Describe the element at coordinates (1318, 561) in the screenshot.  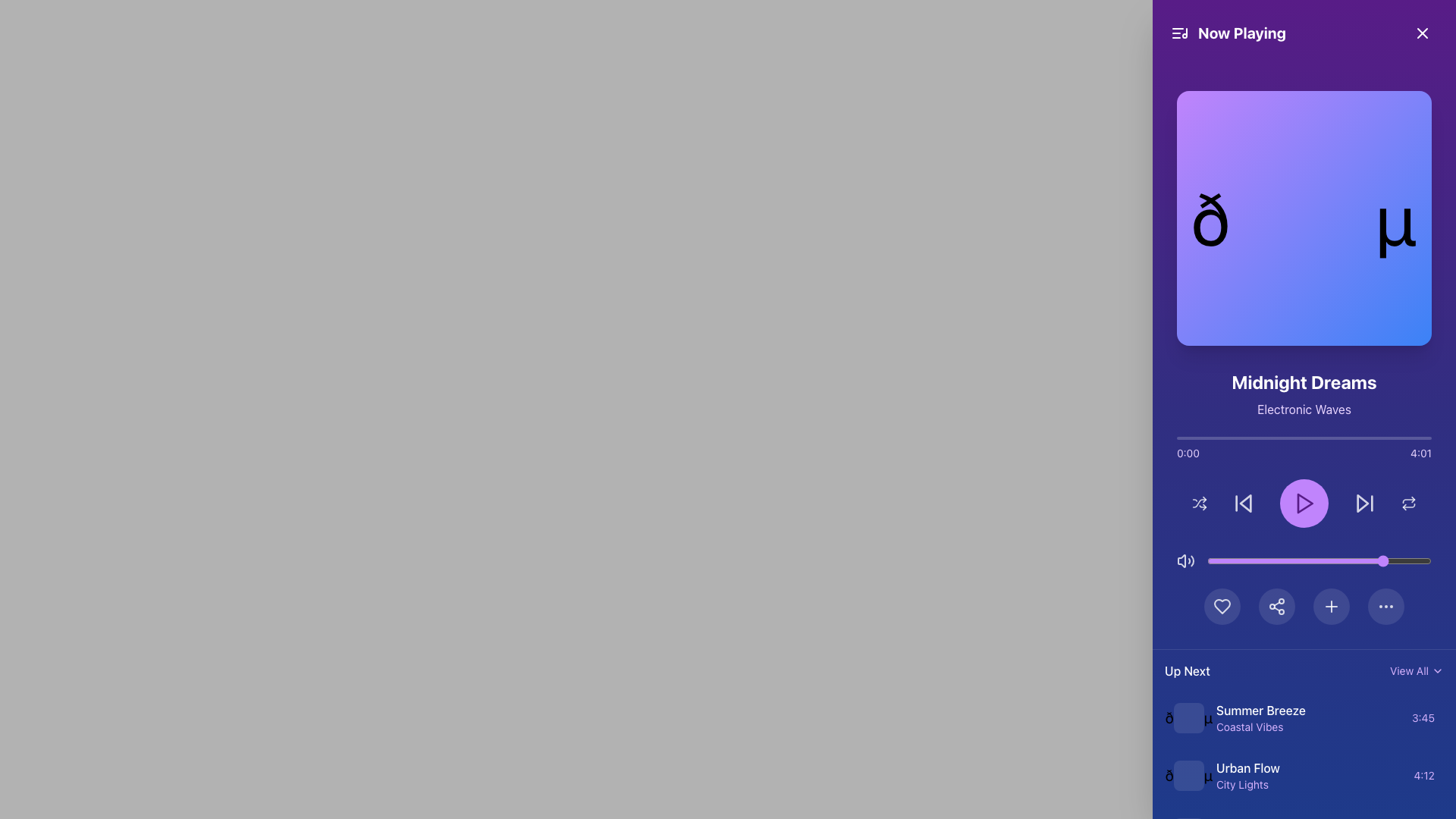
I see `the horizontal slider with a purple track and a circular handle, which signifies a value of 80%, located at the bottom section of the music player interface` at that location.